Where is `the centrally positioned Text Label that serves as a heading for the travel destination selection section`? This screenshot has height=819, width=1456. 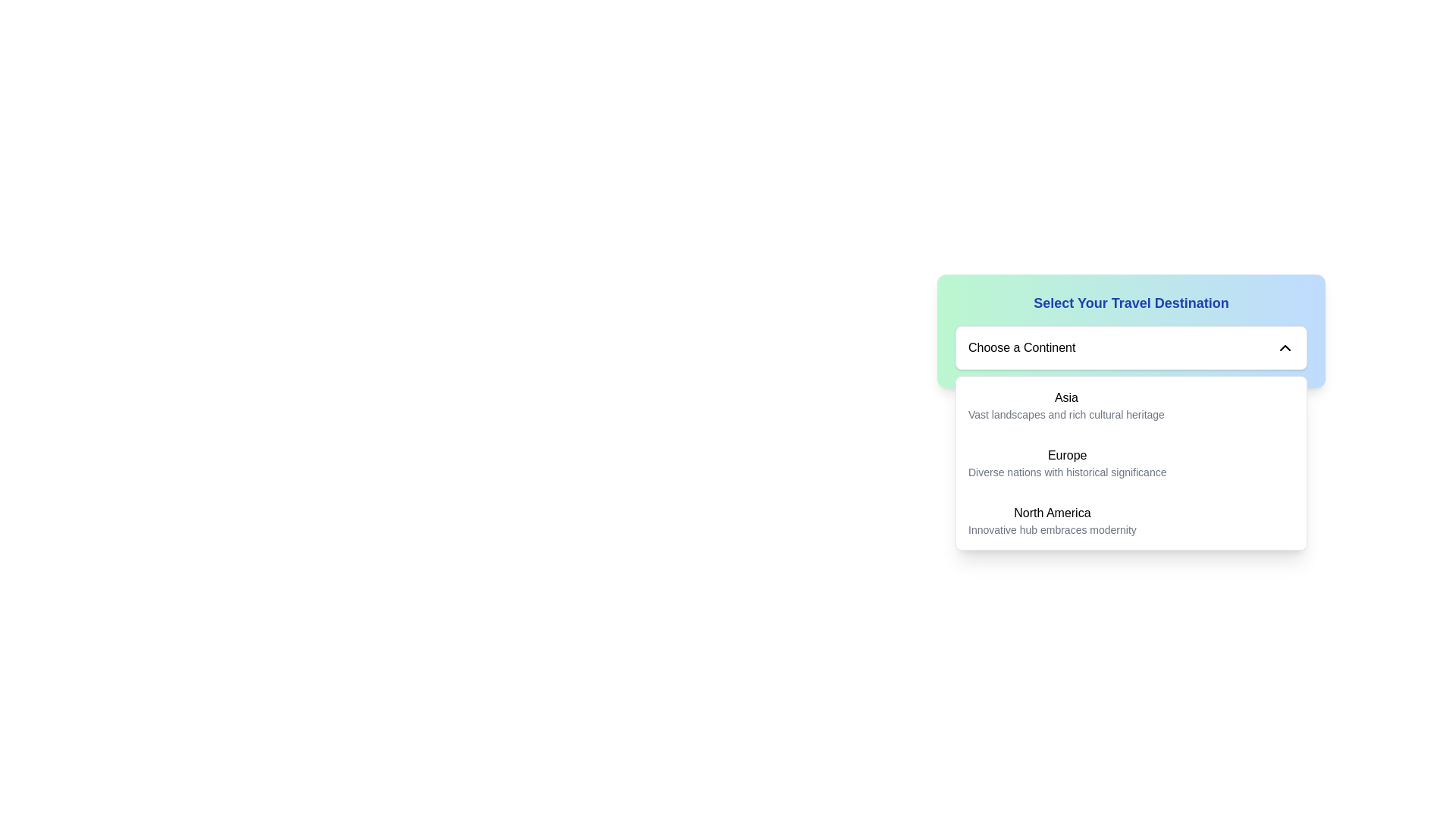
the centrally positioned Text Label that serves as a heading for the travel destination selection section is located at coordinates (1131, 303).